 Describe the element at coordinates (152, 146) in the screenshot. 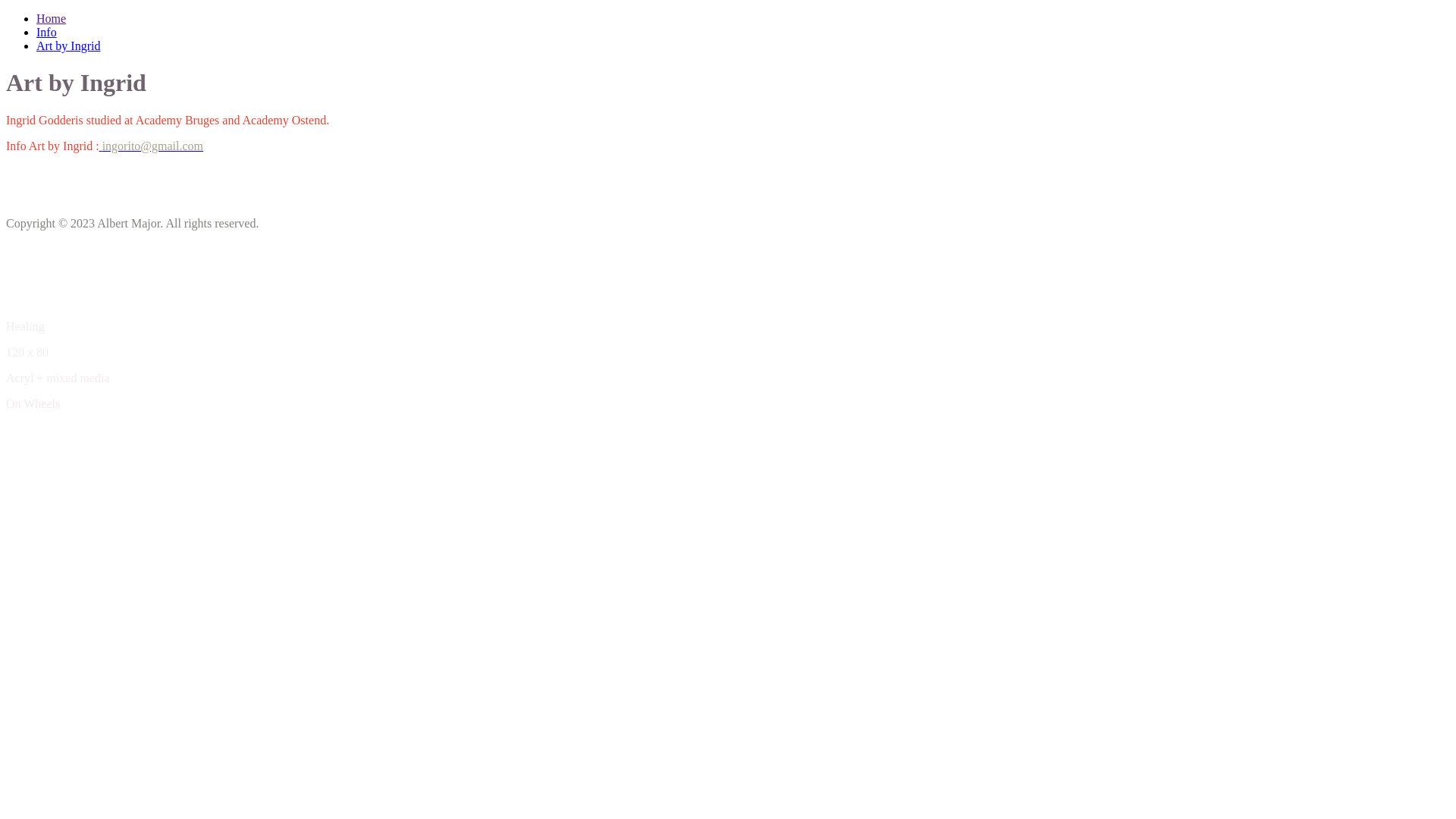

I see `'ingorito@gmail.com'` at that location.